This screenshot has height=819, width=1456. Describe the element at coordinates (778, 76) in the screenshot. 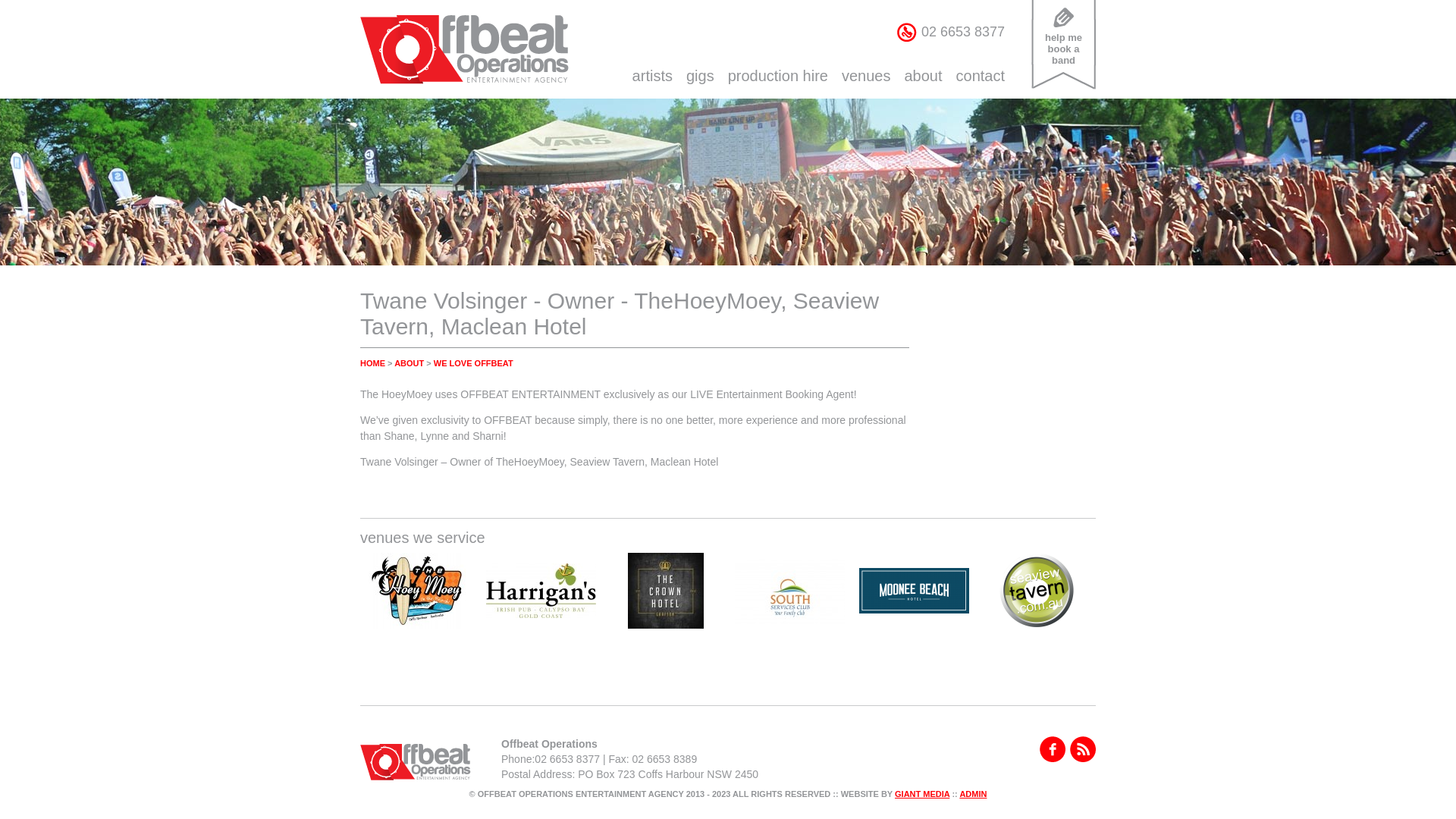

I see `'production hire'` at that location.